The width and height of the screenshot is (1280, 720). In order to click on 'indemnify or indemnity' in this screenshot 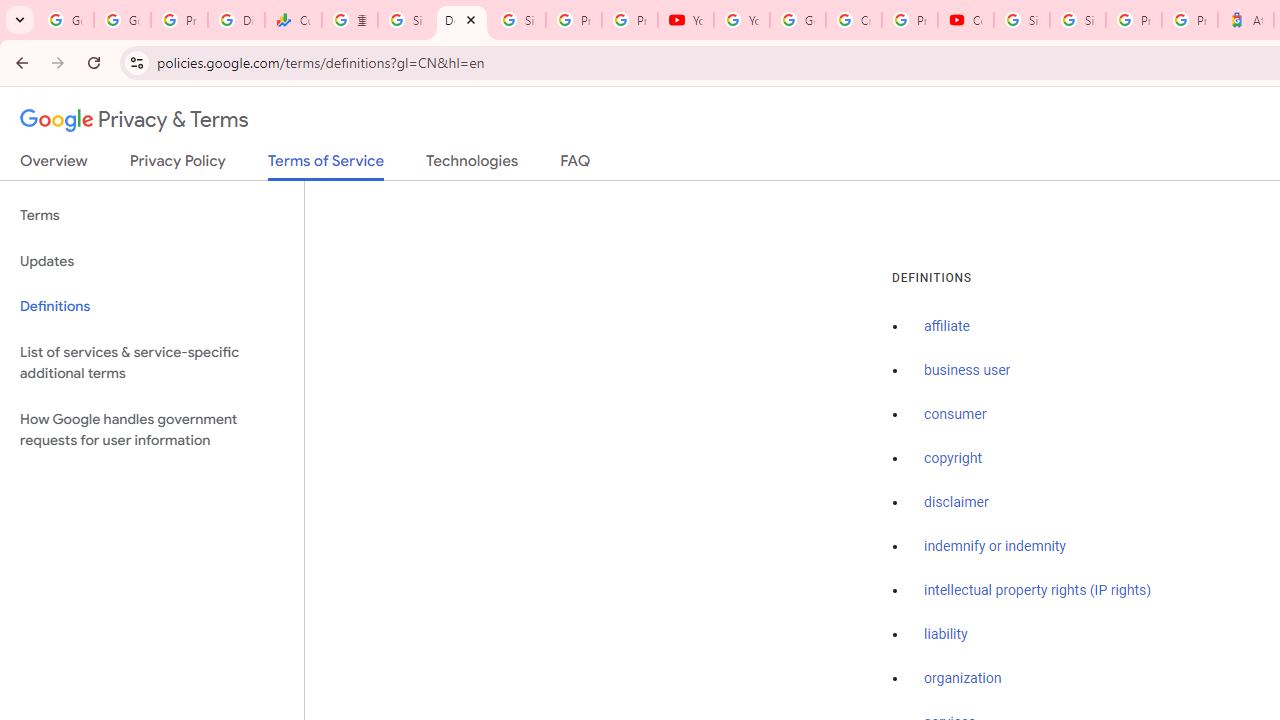, I will do `click(995, 546)`.